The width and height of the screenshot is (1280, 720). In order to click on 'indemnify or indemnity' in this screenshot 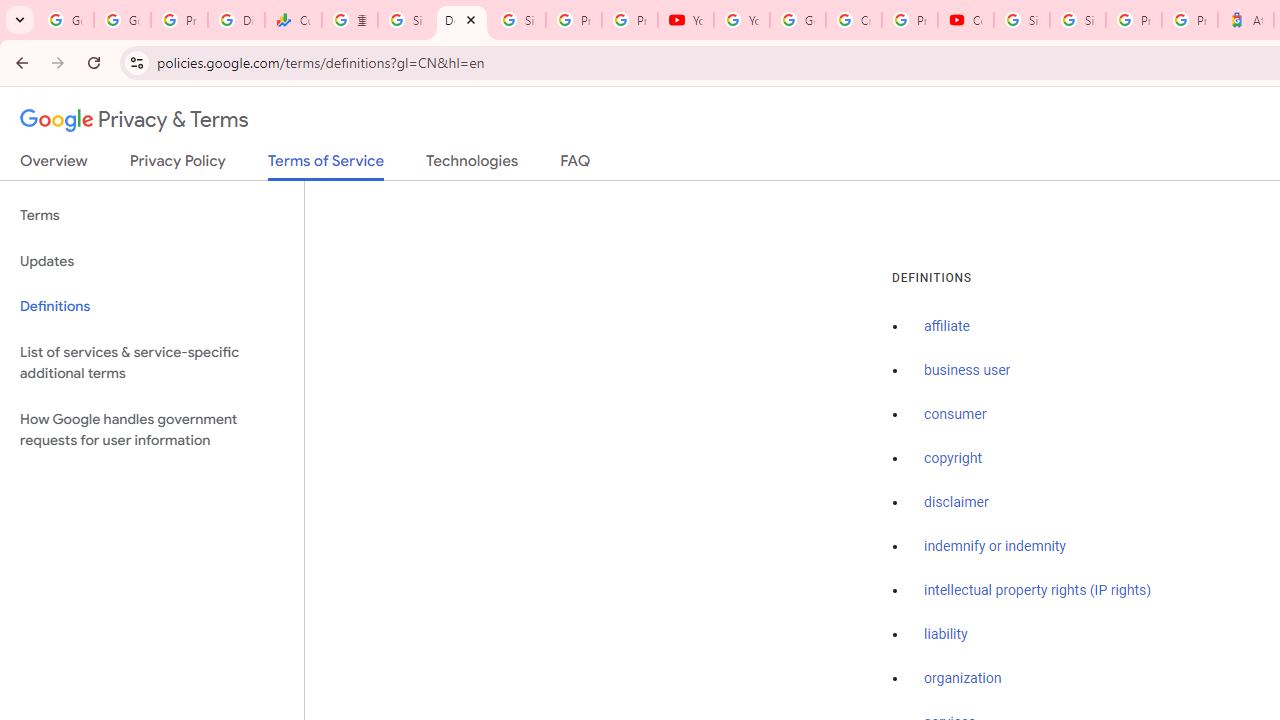, I will do `click(995, 546)`.